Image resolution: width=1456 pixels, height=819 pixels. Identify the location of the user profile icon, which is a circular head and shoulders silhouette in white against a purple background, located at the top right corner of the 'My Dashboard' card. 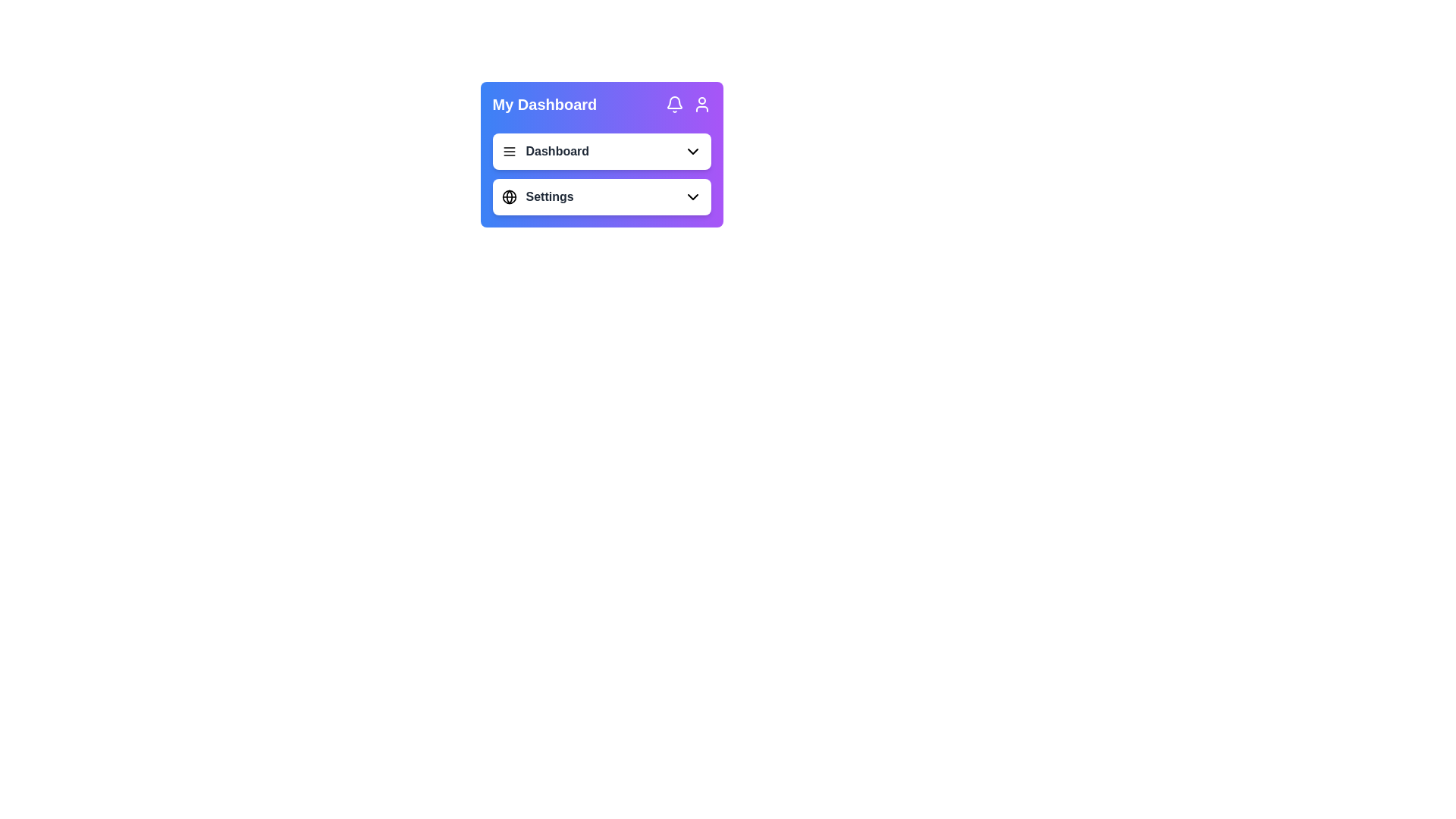
(701, 104).